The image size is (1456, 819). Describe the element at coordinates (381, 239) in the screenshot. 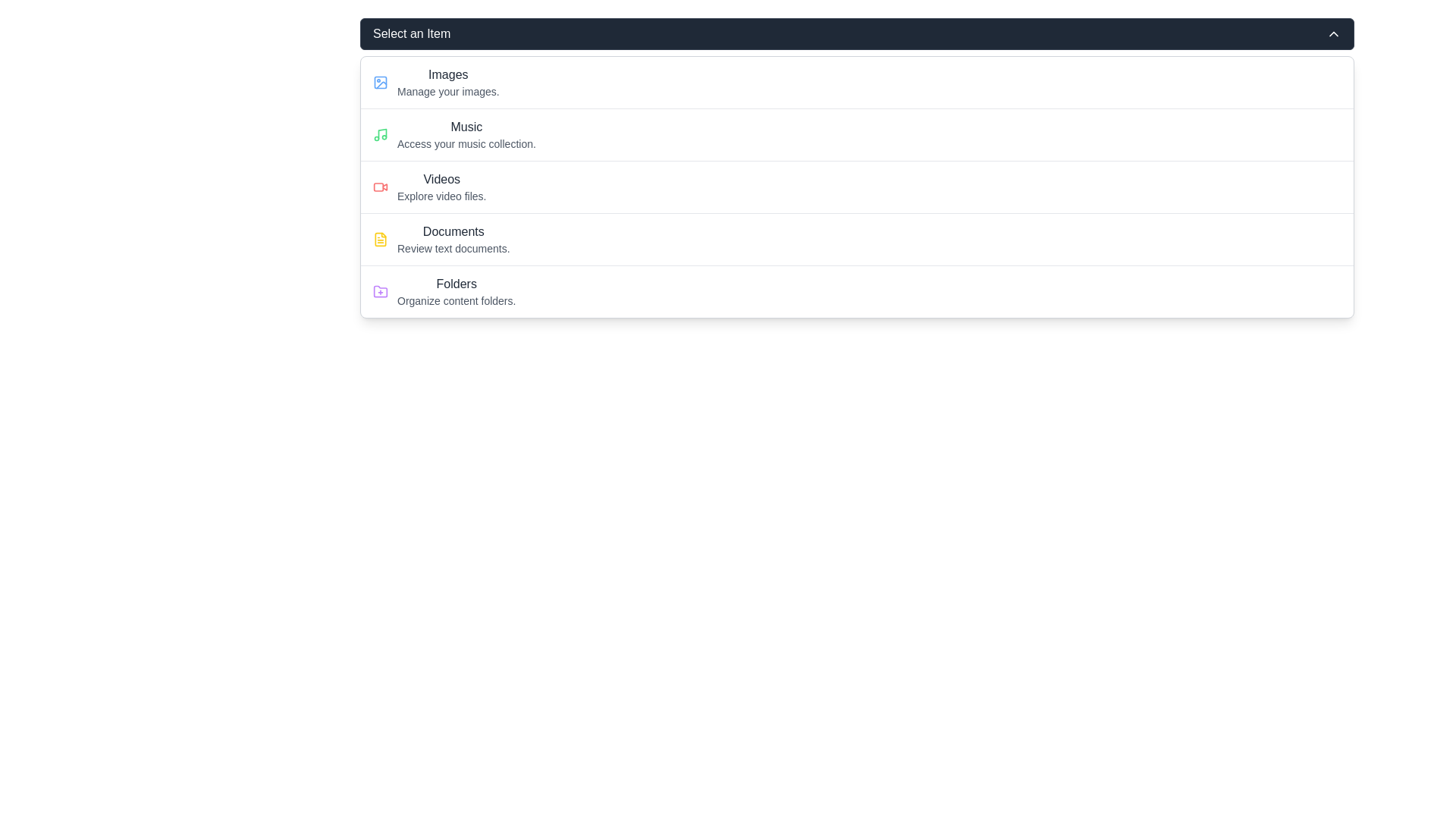

I see `the document icon located in the 'Documents' row of the dropdown menu, which features a rectangular outline with a folded corner at the top-right` at that location.